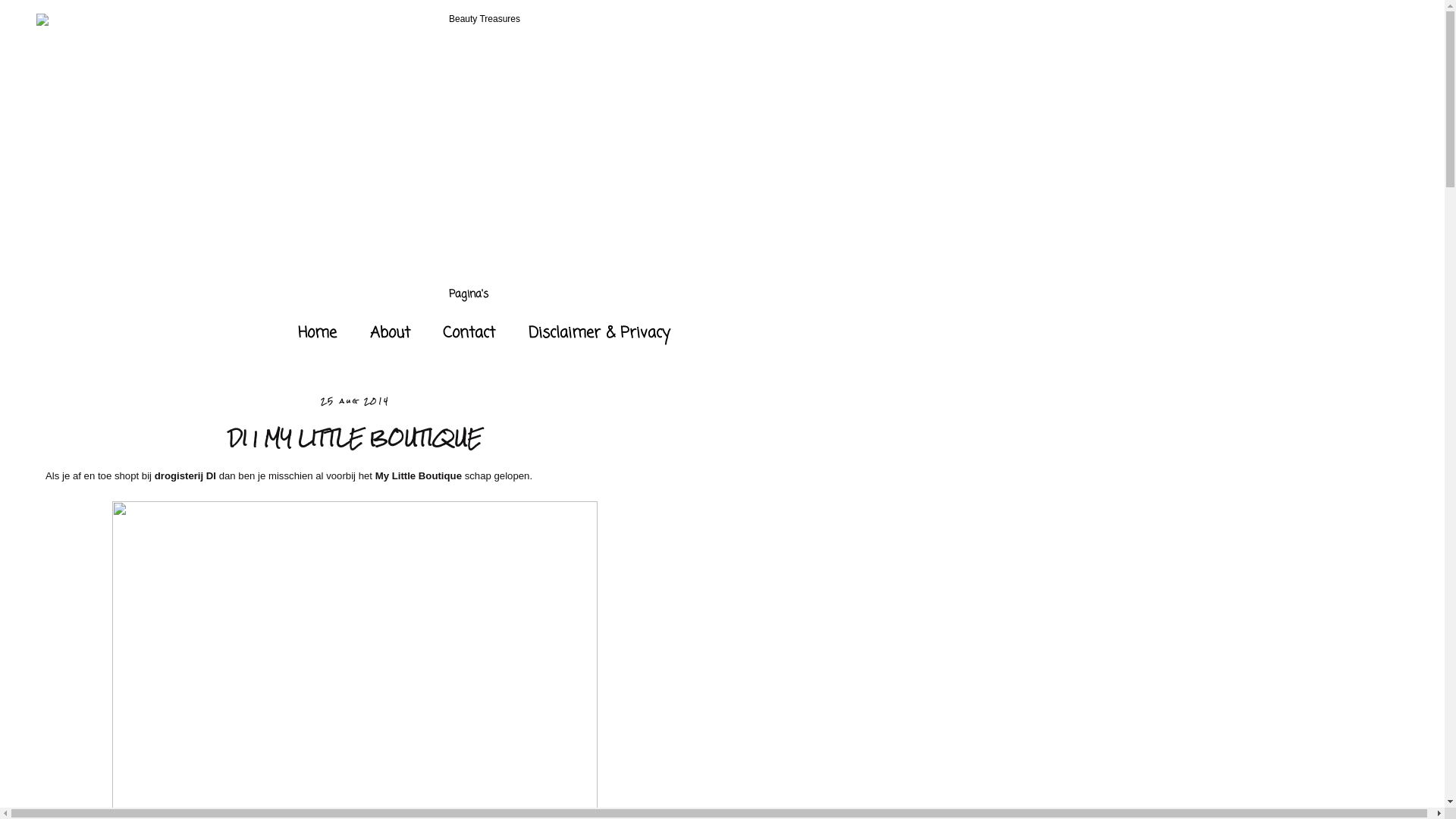 The width and height of the screenshot is (1456, 819). I want to click on 'Disclaimer & Privacy', so click(598, 332).